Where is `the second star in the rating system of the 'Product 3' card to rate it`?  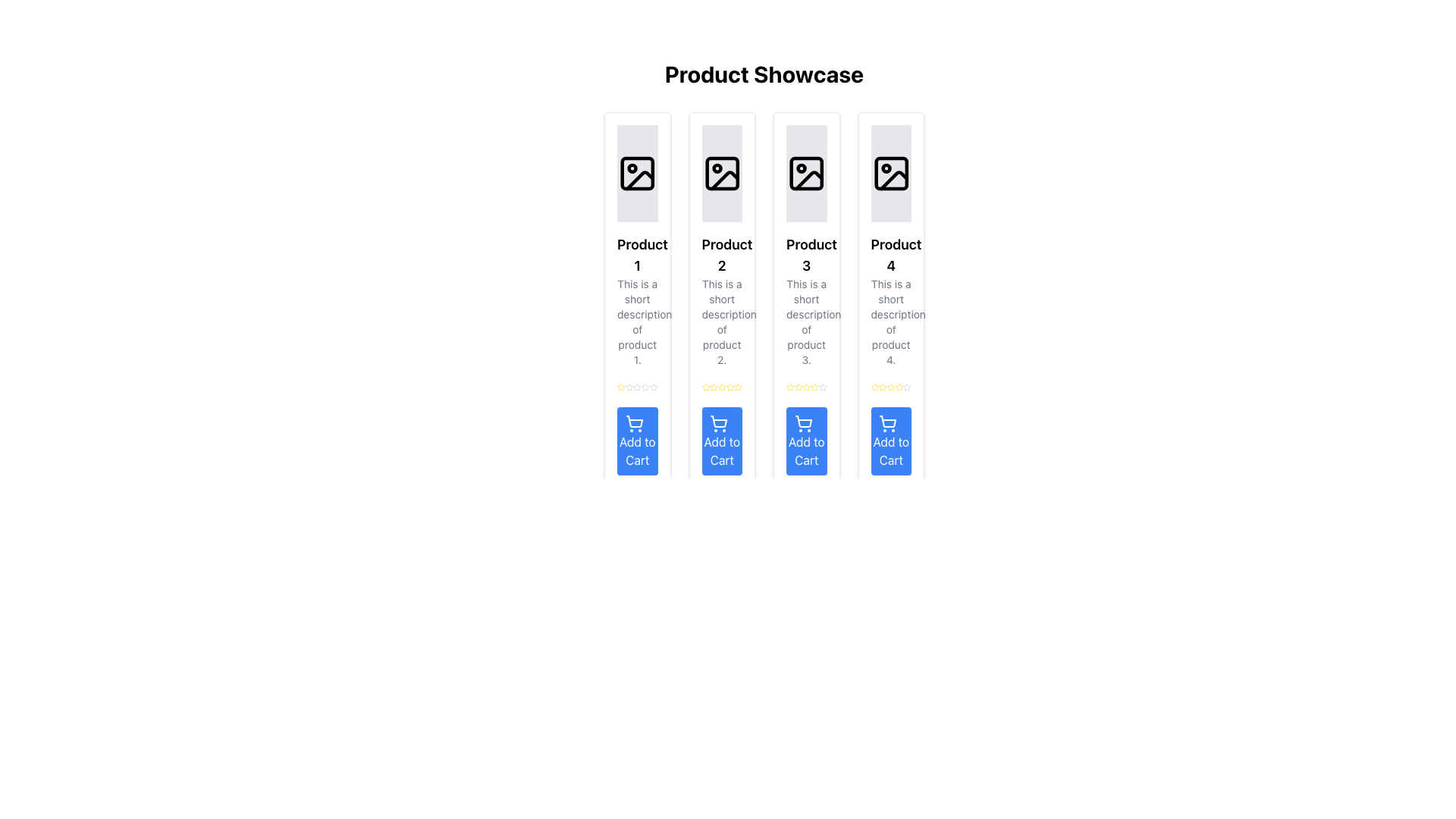 the second star in the rating system of the 'Product 3' card to rate it is located at coordinates (822, 386).